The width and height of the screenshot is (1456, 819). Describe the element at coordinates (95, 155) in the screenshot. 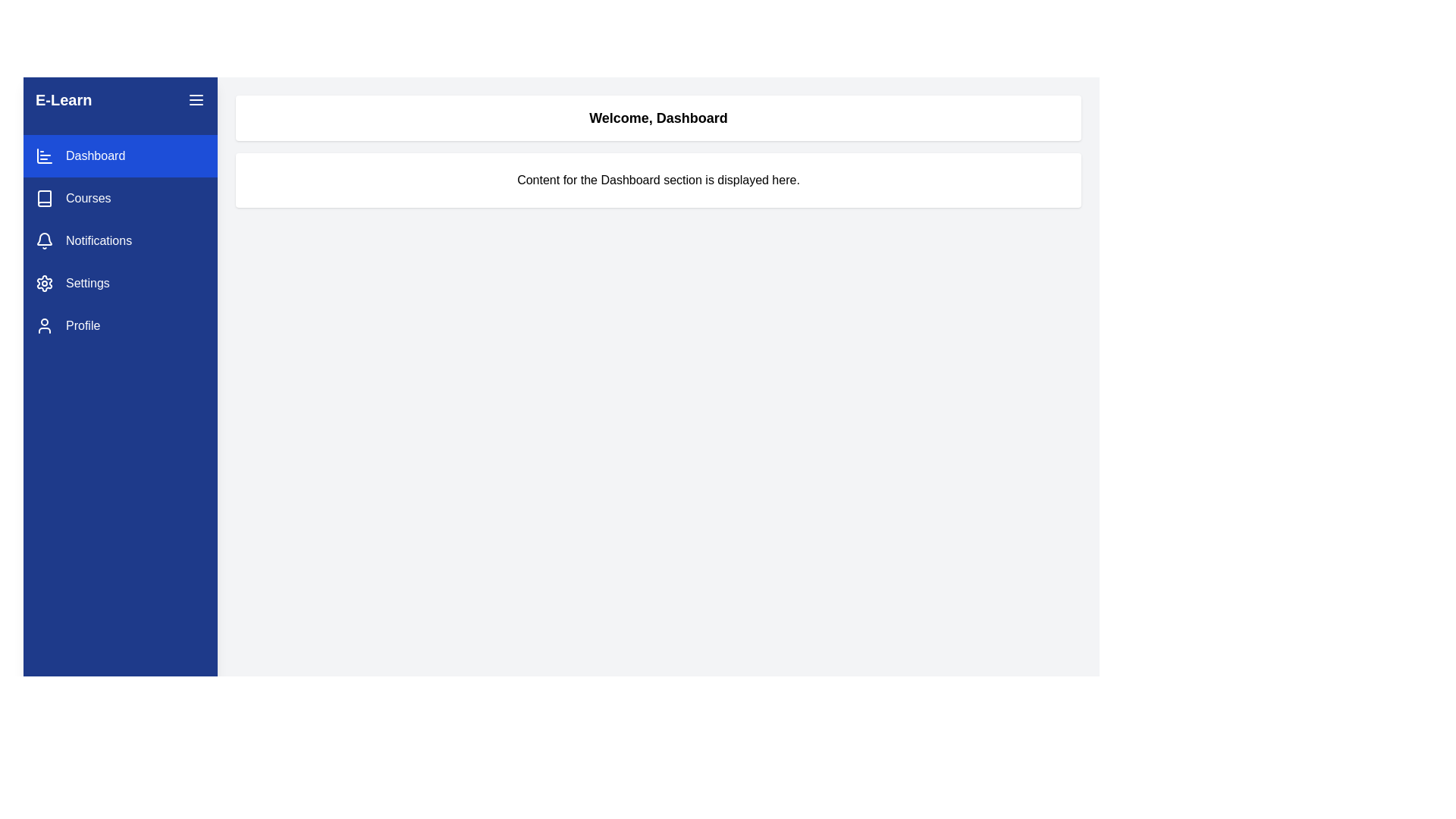

I see `text of the 'Dashboard' label located in the first navigation item of the vertical menu on the left-hand side, which aligns horizontally with a bar chart icon` at that location.